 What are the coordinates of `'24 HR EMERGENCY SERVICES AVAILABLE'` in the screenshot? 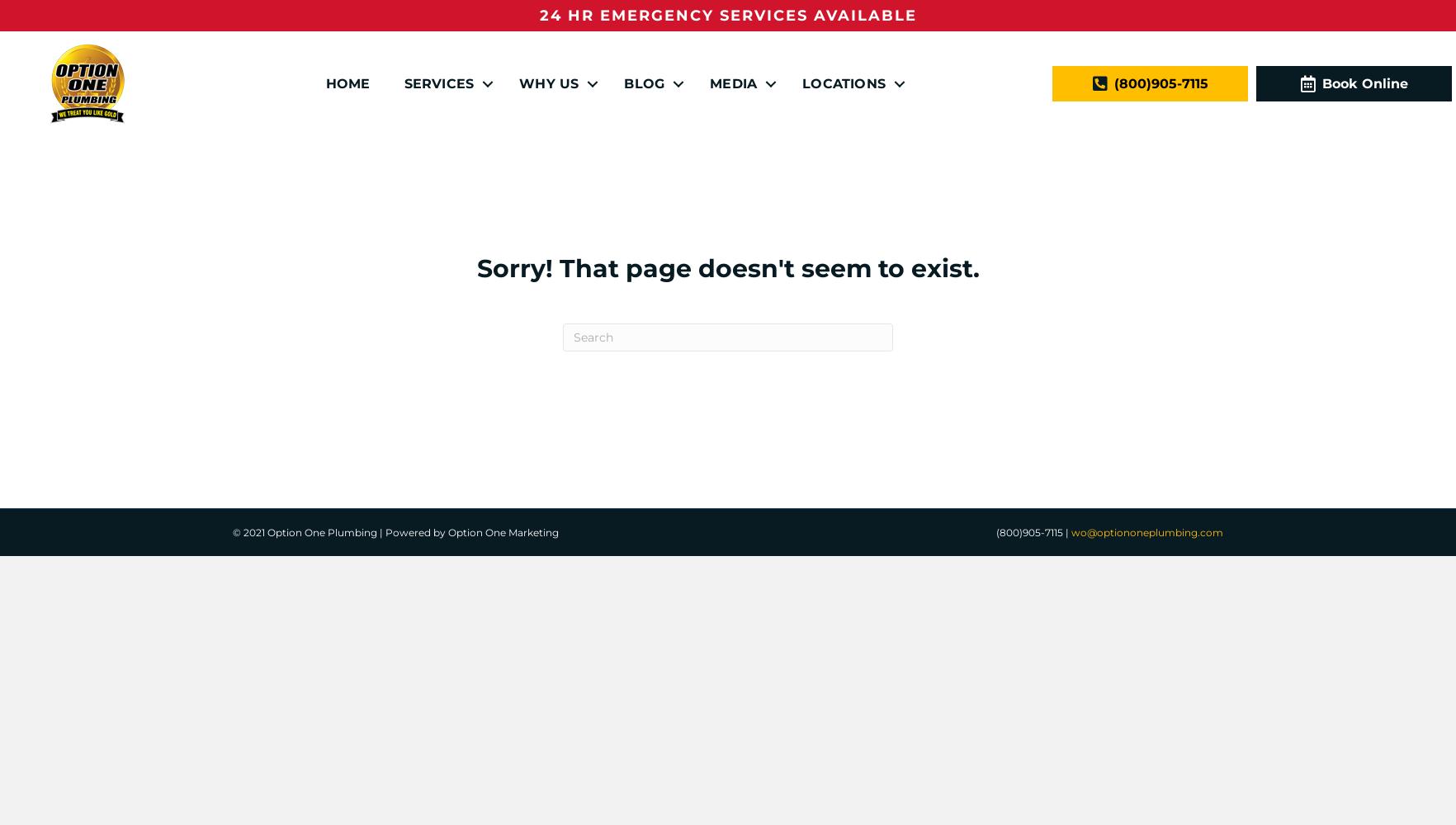 It's located at (727, 16).